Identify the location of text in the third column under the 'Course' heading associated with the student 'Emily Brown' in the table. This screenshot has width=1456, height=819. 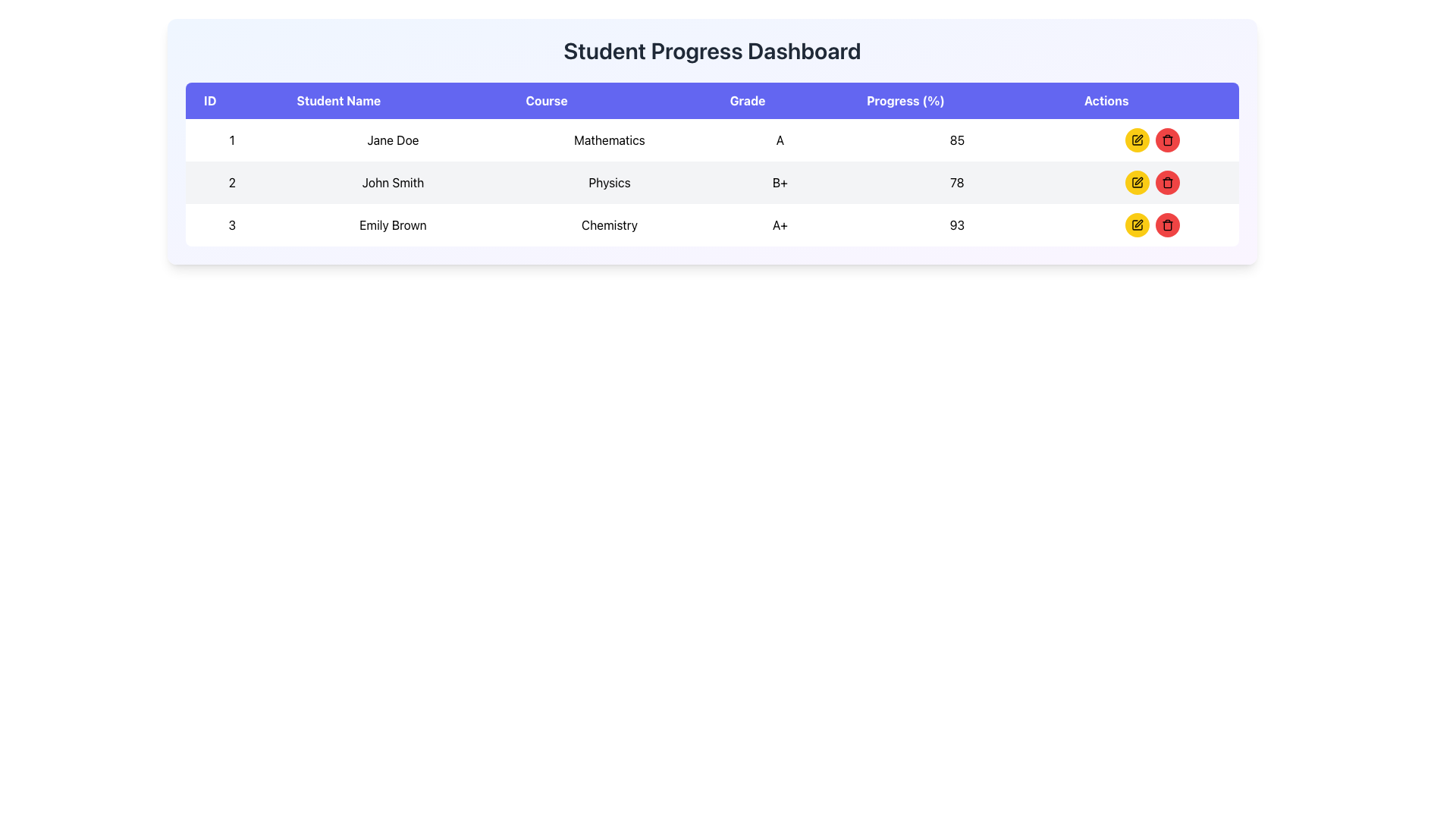
(610, 225).